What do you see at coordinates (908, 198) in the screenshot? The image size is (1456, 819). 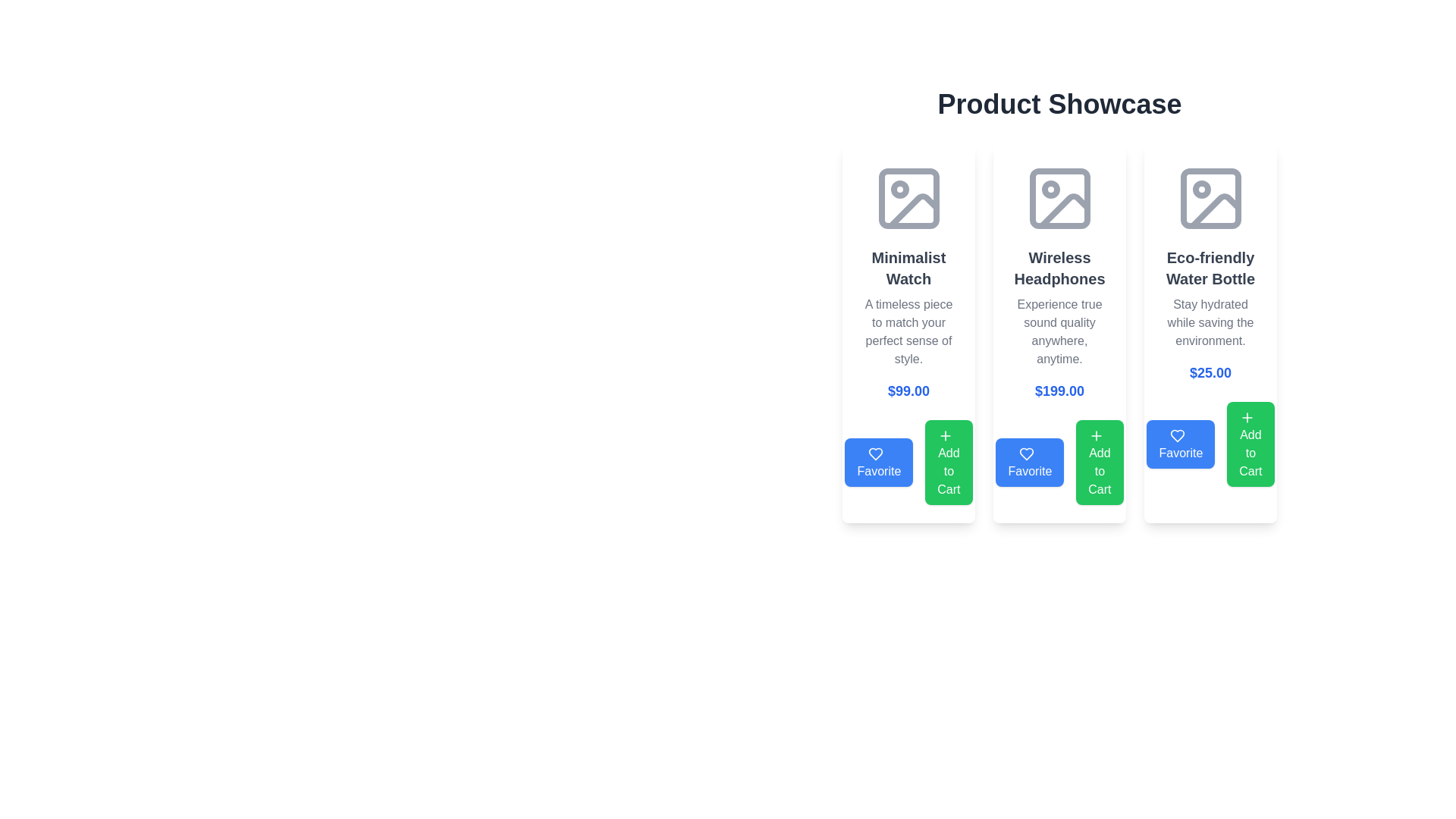 I see `the image placeholder icon representing the 'Minimalist Watch', positioned at the top of the card above the product's name and description` at bounding box center [908, 198].